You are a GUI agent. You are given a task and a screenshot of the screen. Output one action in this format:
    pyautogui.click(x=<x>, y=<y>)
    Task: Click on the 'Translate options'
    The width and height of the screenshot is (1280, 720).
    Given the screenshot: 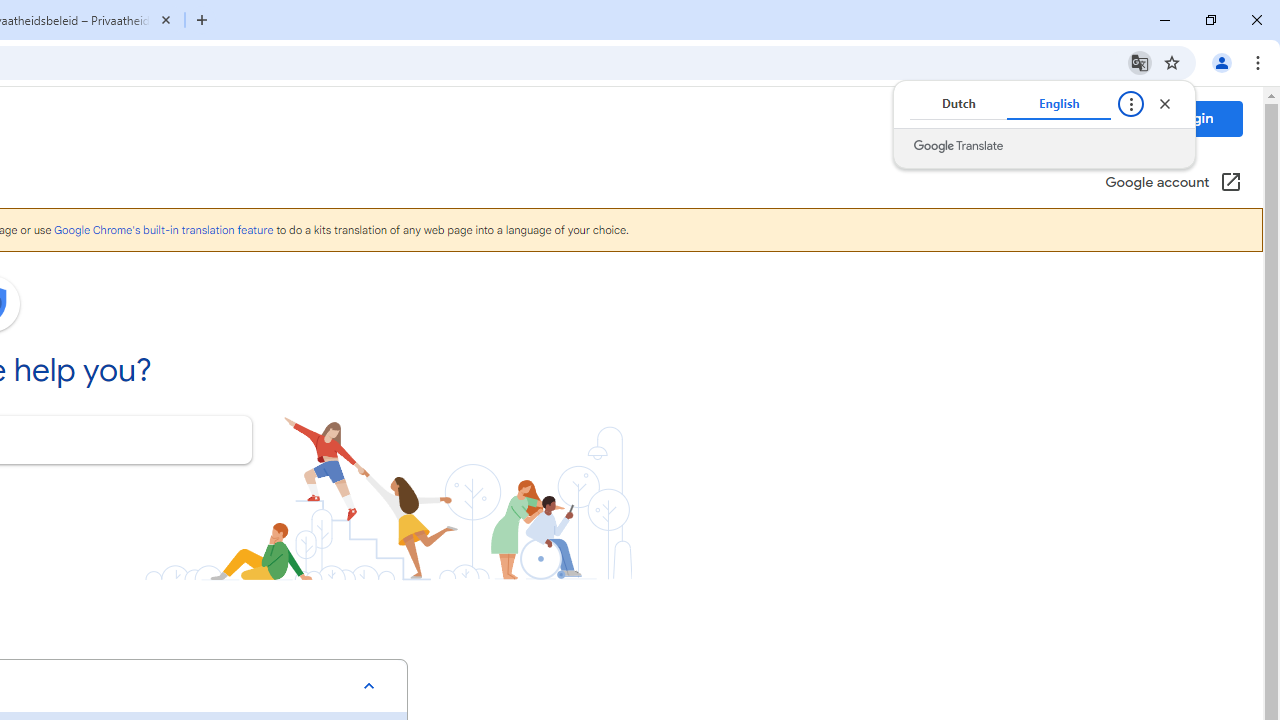 What is the action you would take?
    pyautogui.click(x=1130, y=104)
    